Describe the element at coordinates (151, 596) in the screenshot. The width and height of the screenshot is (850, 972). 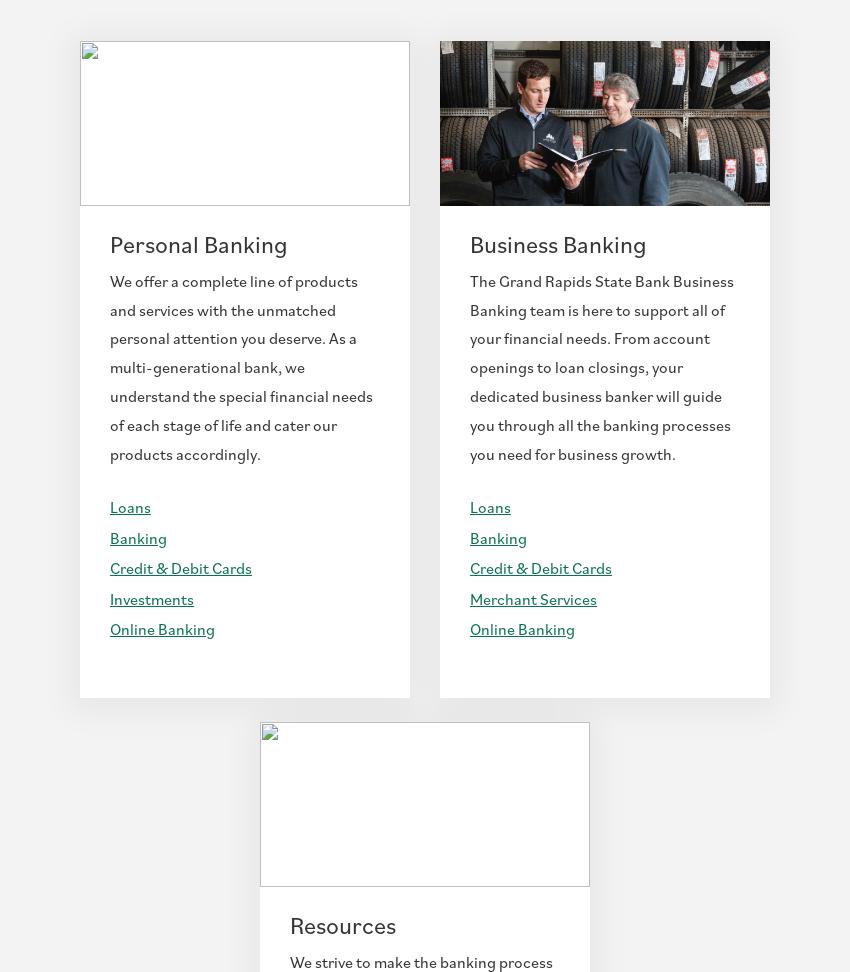
I see `'Investments'` at that location.